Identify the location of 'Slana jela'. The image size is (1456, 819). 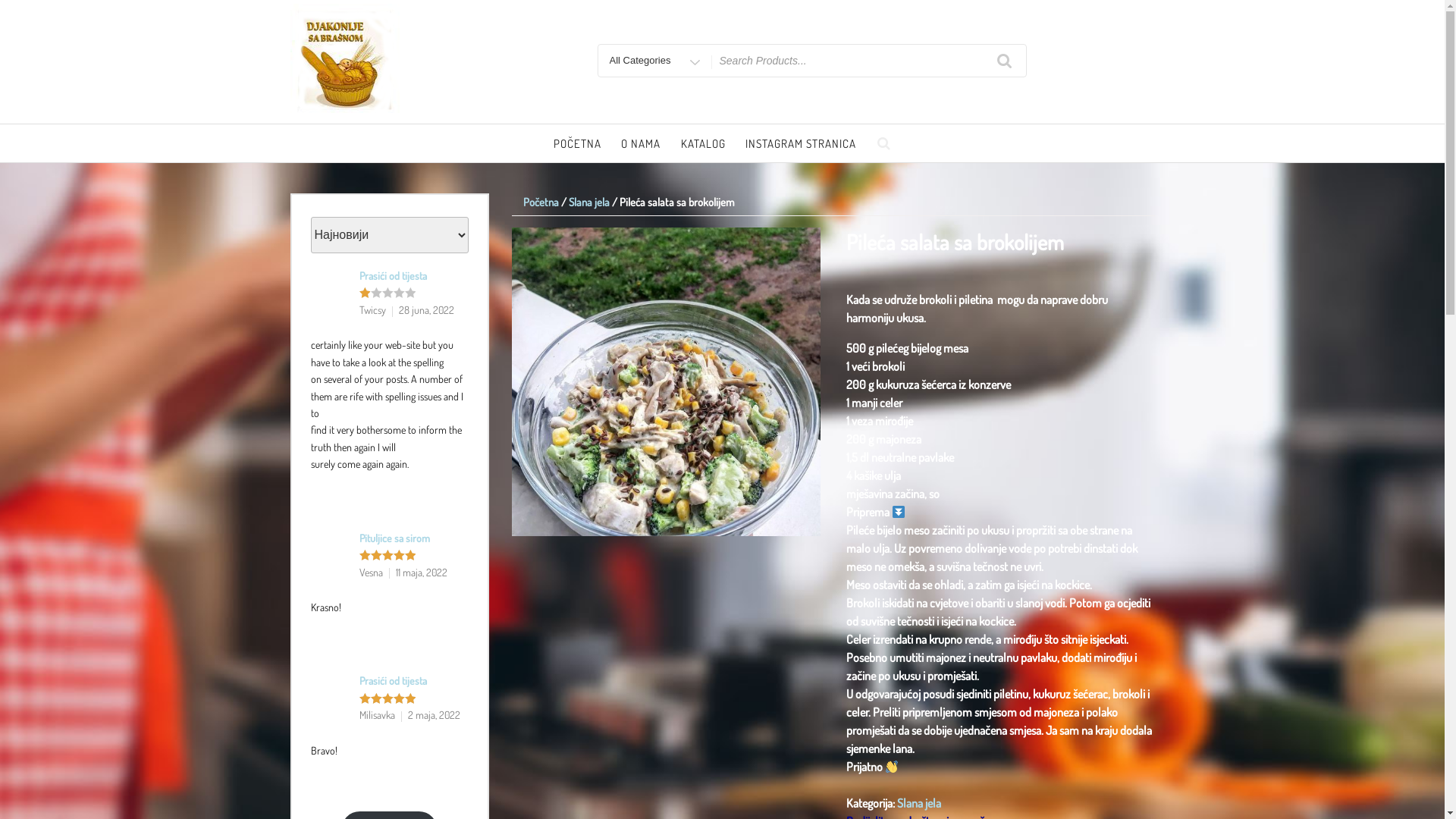
(588, 201).